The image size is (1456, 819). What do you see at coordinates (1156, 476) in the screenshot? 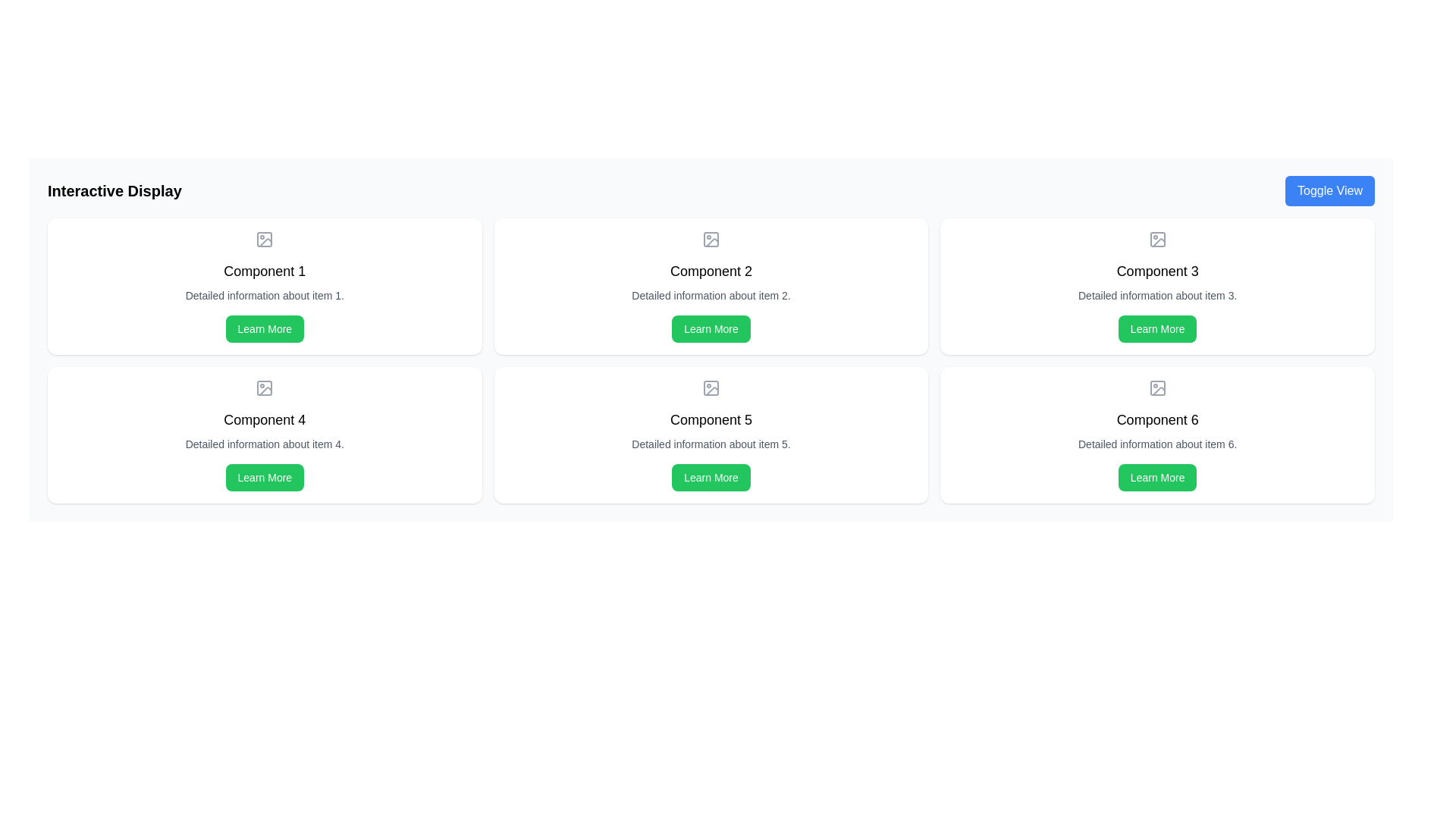
I see `the button located at the bottom of Component 6, beneath the text 'Detailed information about item 6'` at bounding box center [1156, 476].